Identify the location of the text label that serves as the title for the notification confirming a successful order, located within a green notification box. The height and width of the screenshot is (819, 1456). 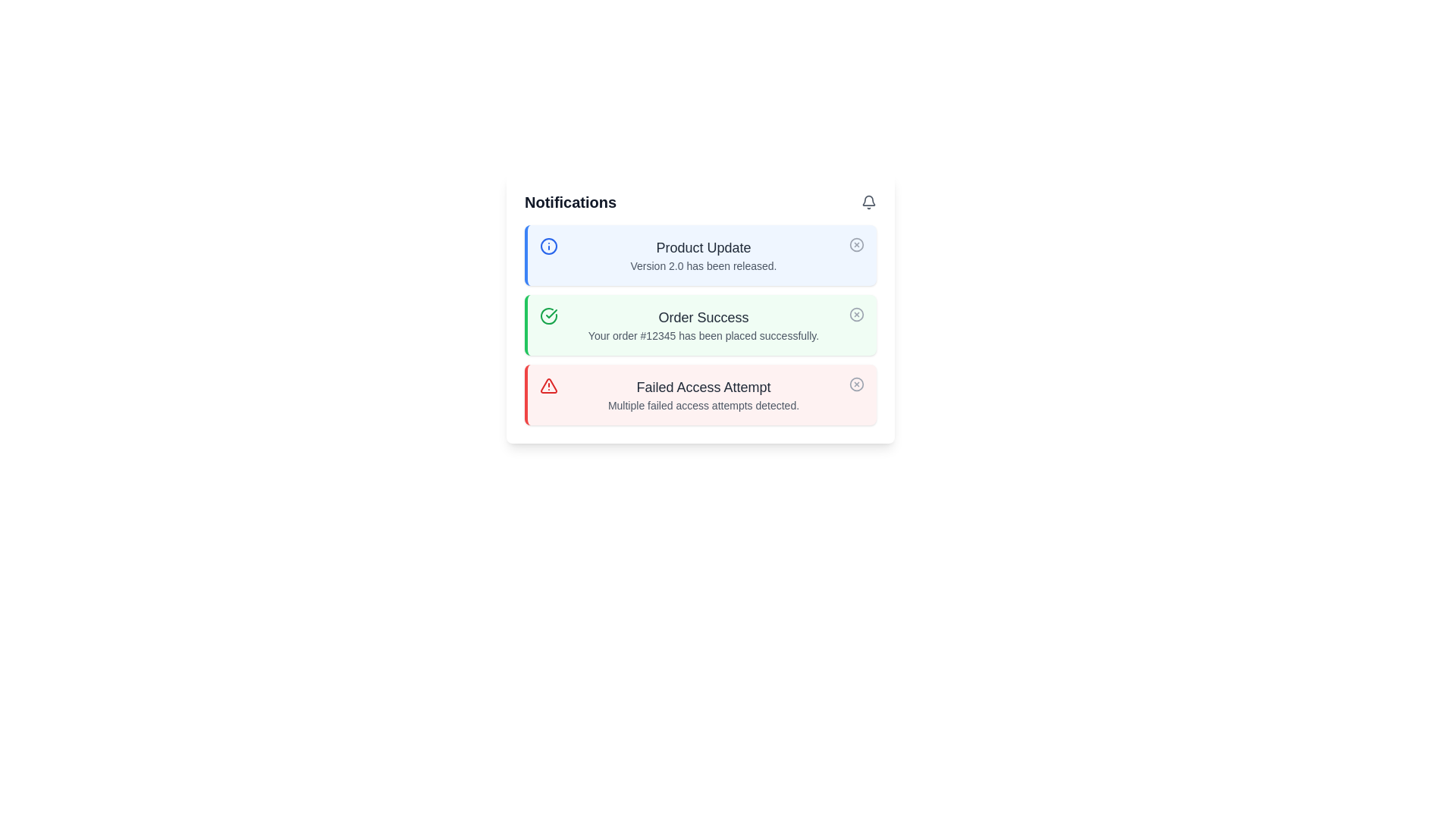
(702, 317).